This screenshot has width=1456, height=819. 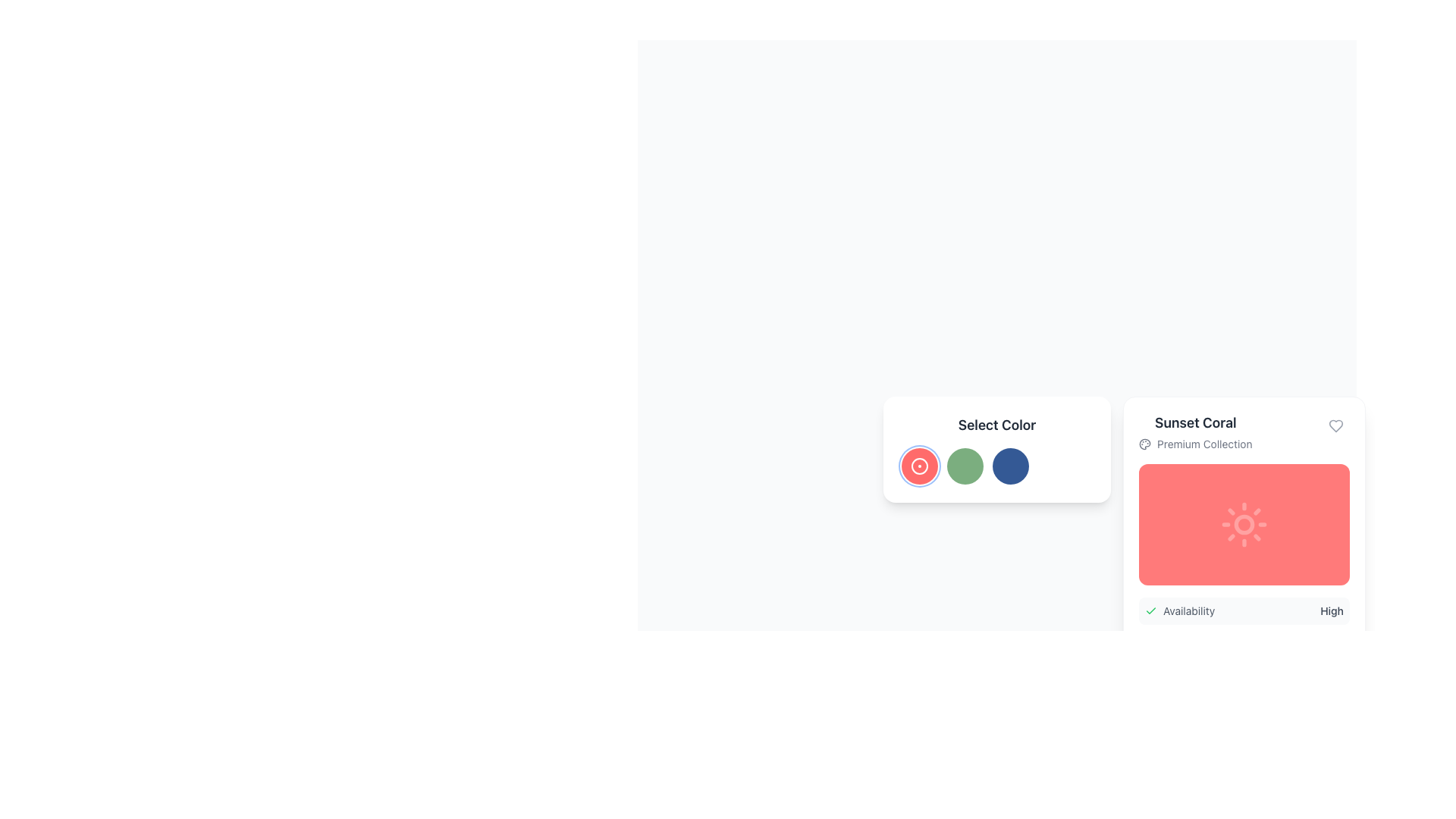 I want to click on the painter's palette icon located to the left of the 'Premium Collection' text in the 'Sunset Coral' card component, so click(x=1145, y=444).